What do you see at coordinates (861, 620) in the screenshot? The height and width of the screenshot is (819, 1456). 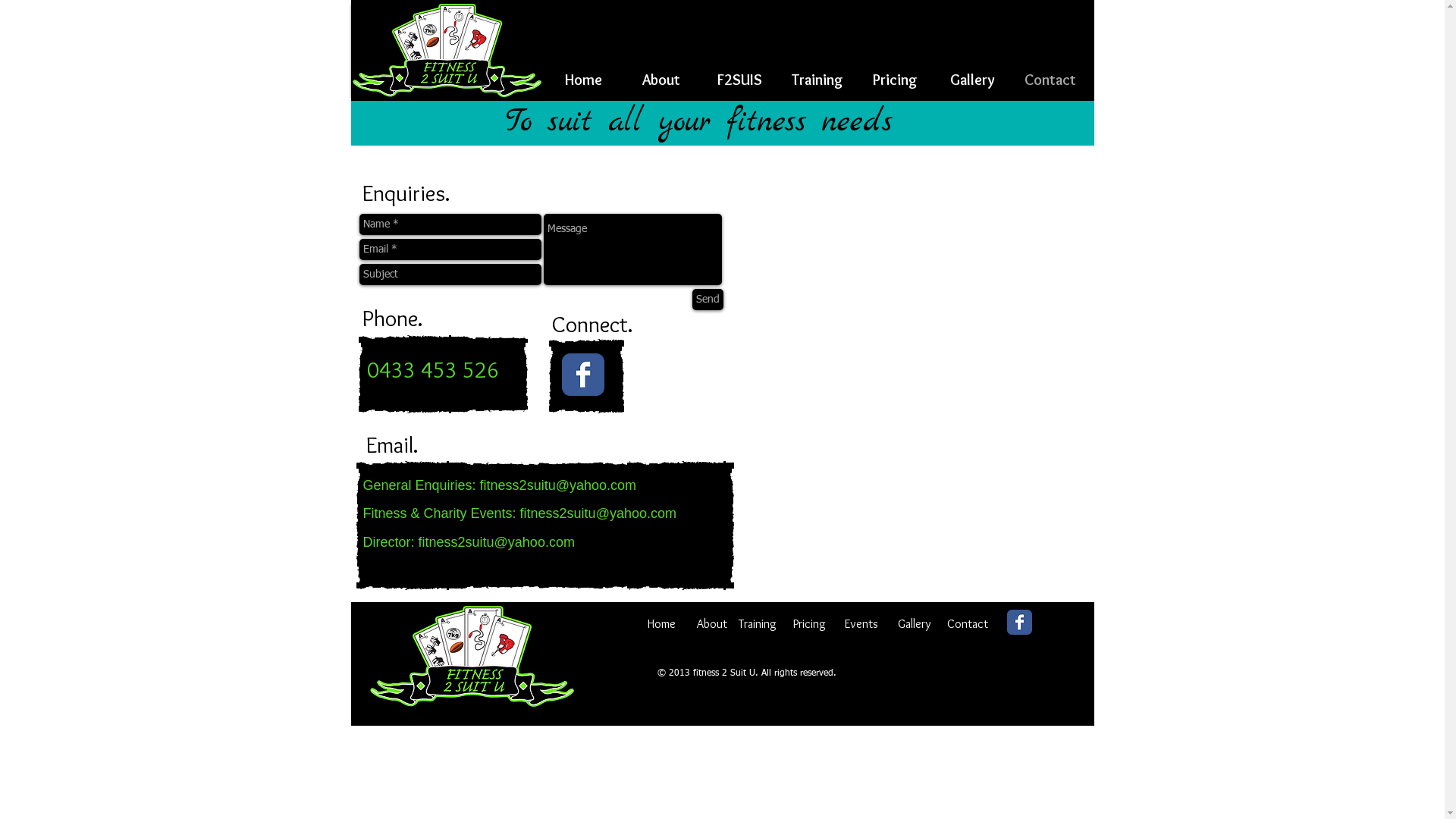 I see `'Events'` at bounding box center [861, 620].